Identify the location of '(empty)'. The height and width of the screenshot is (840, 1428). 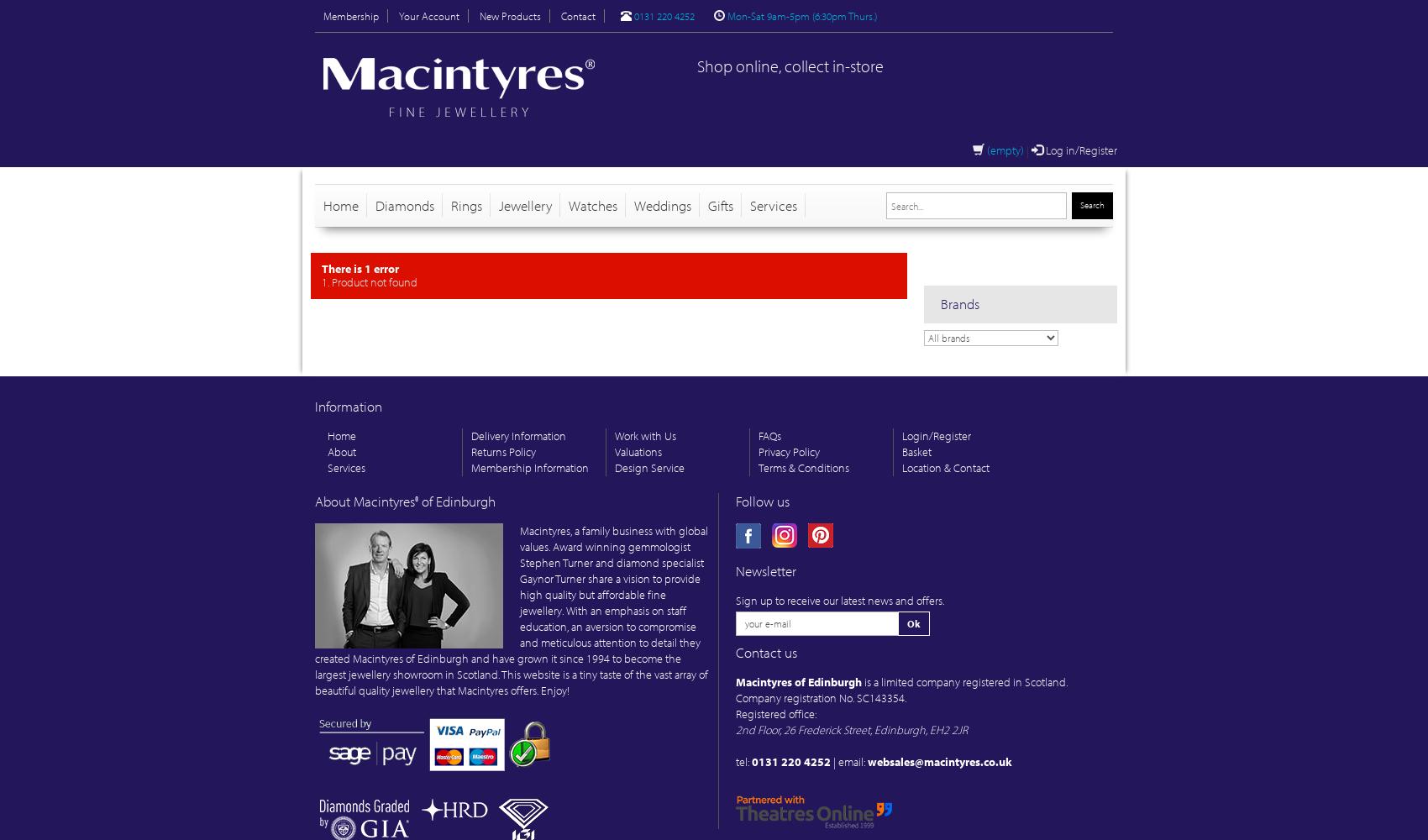
(1004, 150).